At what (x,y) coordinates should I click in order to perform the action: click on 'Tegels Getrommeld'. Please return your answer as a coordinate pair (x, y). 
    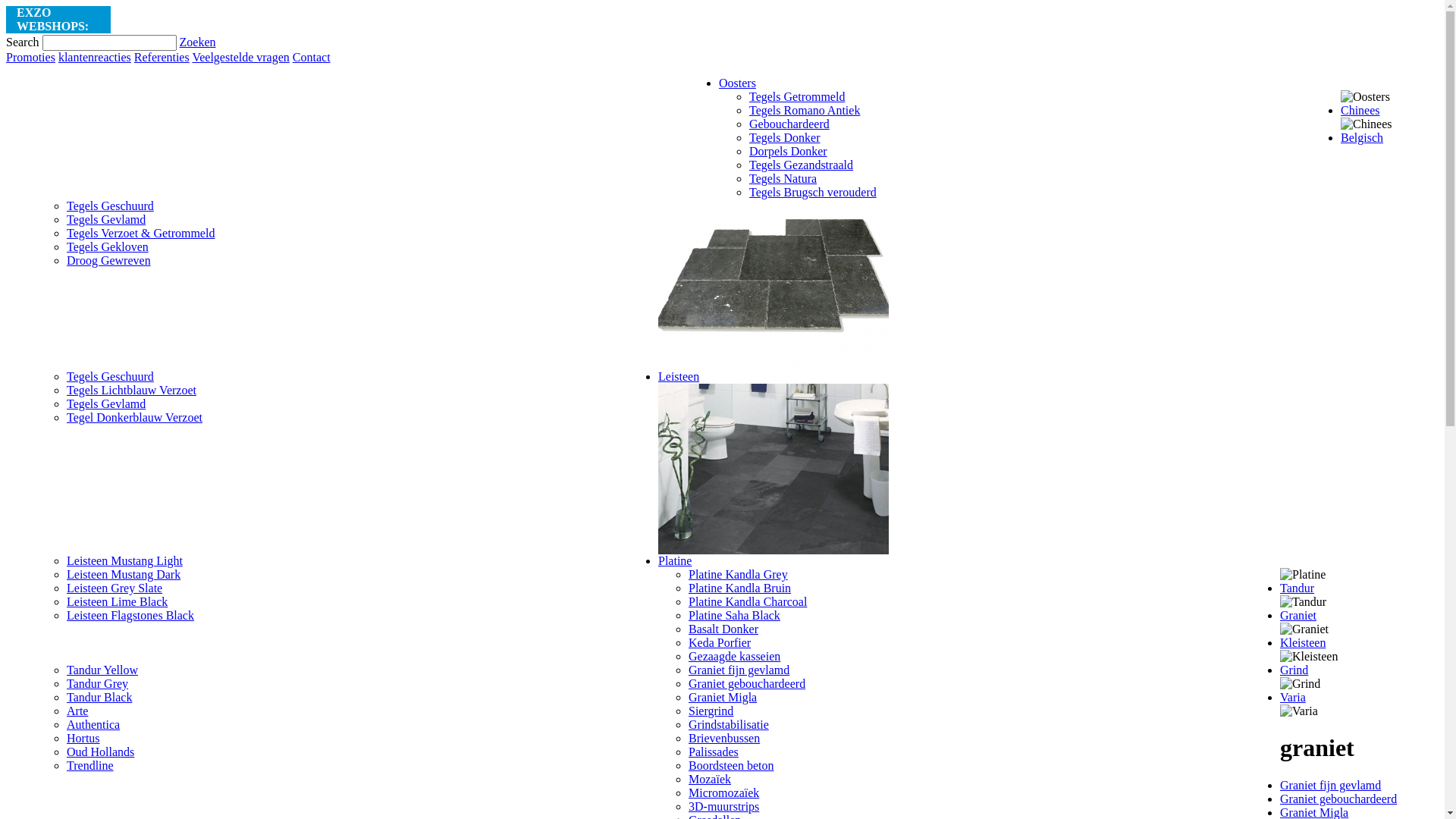
    Looking at the image, I should click on (749, 96).